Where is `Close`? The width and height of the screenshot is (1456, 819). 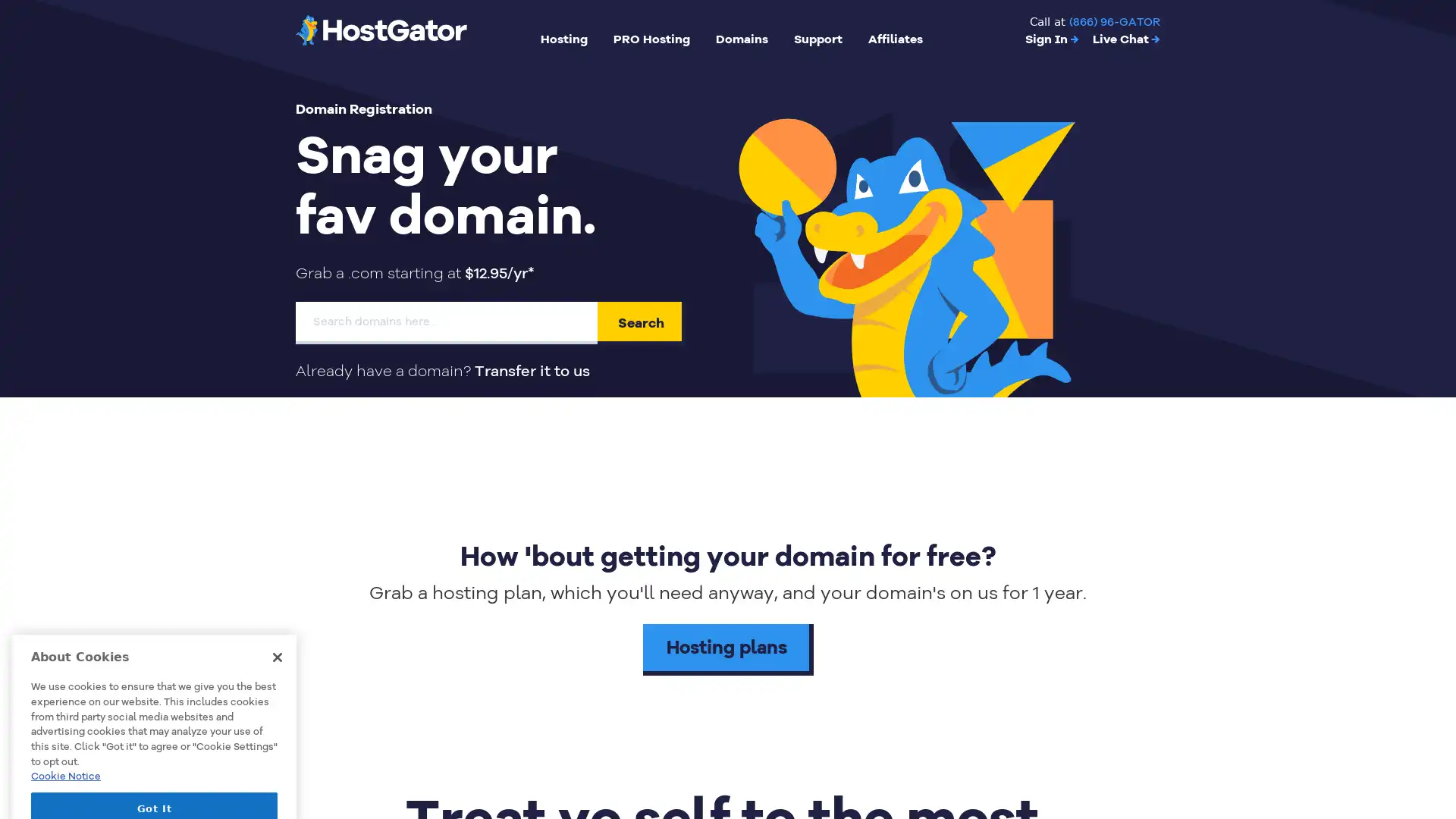 Close is located at coordinates (277, 568).